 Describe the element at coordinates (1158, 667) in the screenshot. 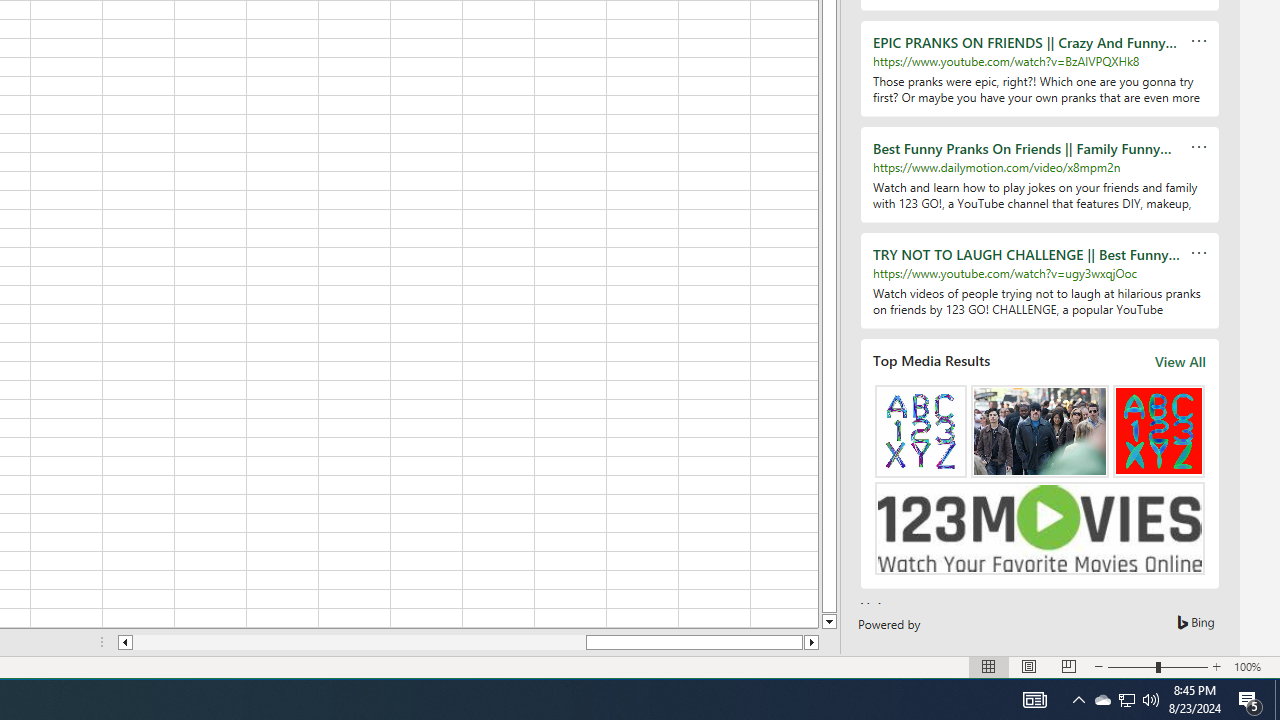

I see `'Zoom'` at that location.